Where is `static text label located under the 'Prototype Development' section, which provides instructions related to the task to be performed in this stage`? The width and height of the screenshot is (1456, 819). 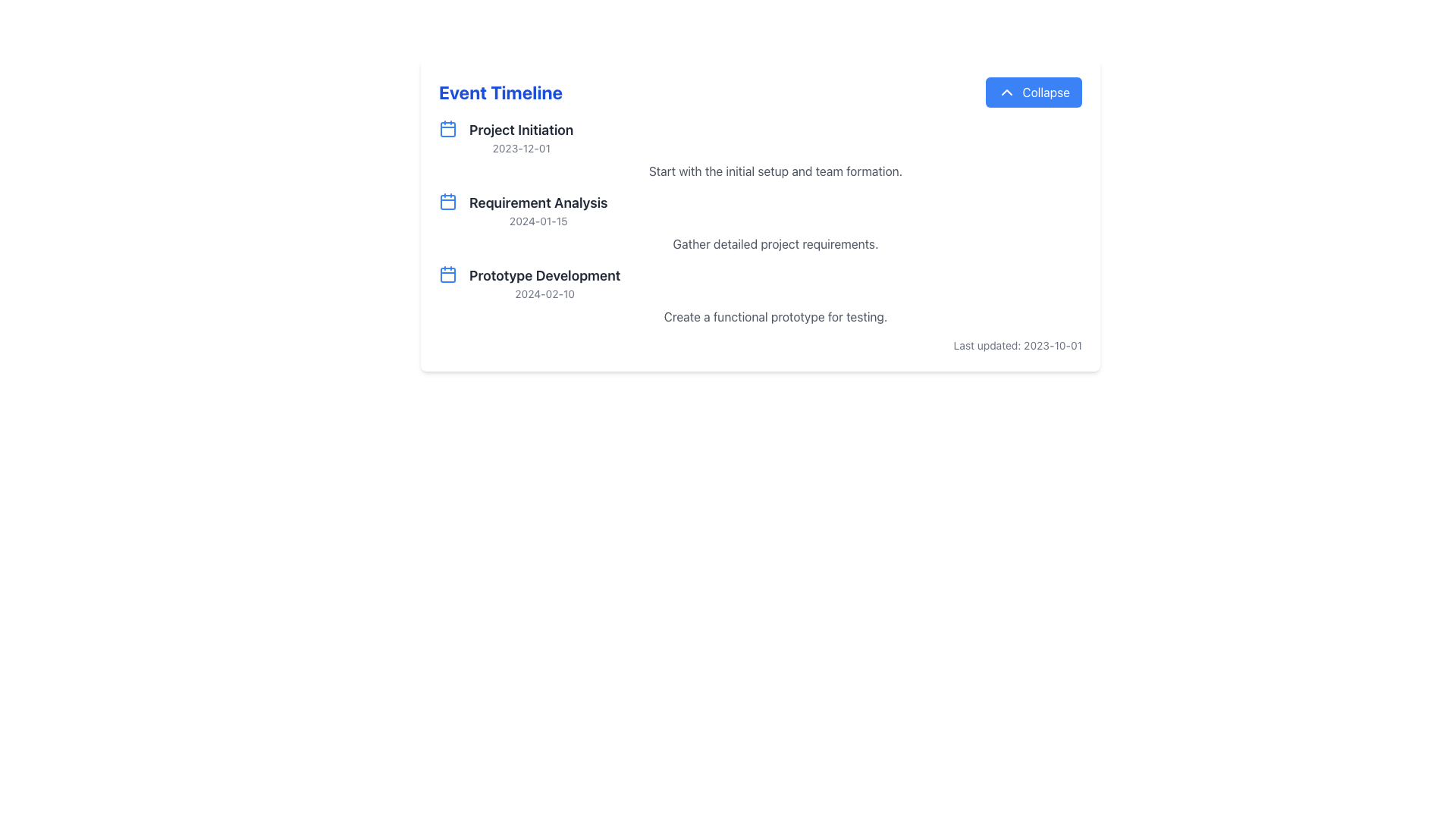 static text label located under the 'Prototype Development' section, which provides instructions related to the task to be performed in this stage is located at coordinates (761, 315).